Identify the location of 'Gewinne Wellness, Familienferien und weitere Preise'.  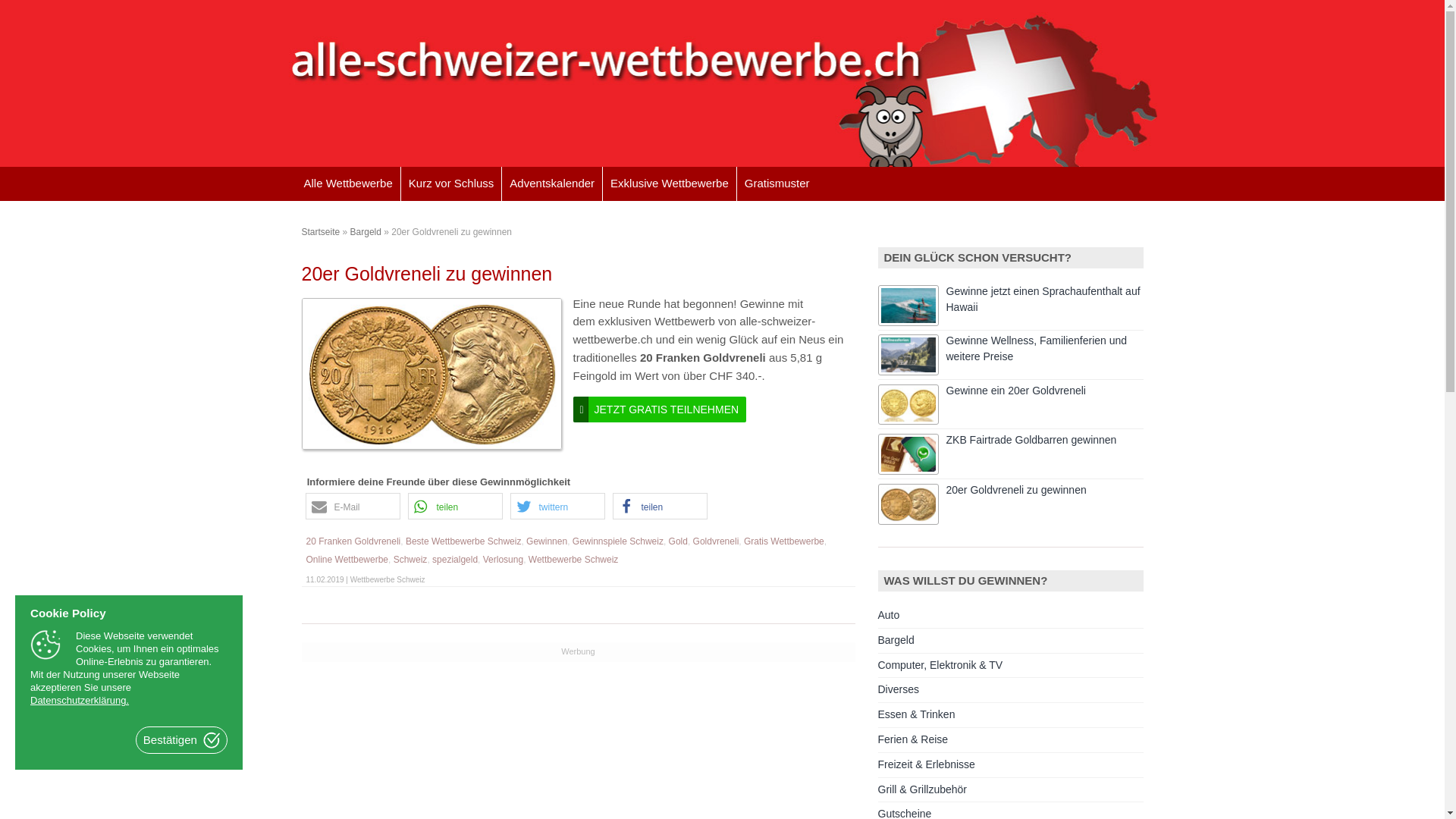
(1036, 348).